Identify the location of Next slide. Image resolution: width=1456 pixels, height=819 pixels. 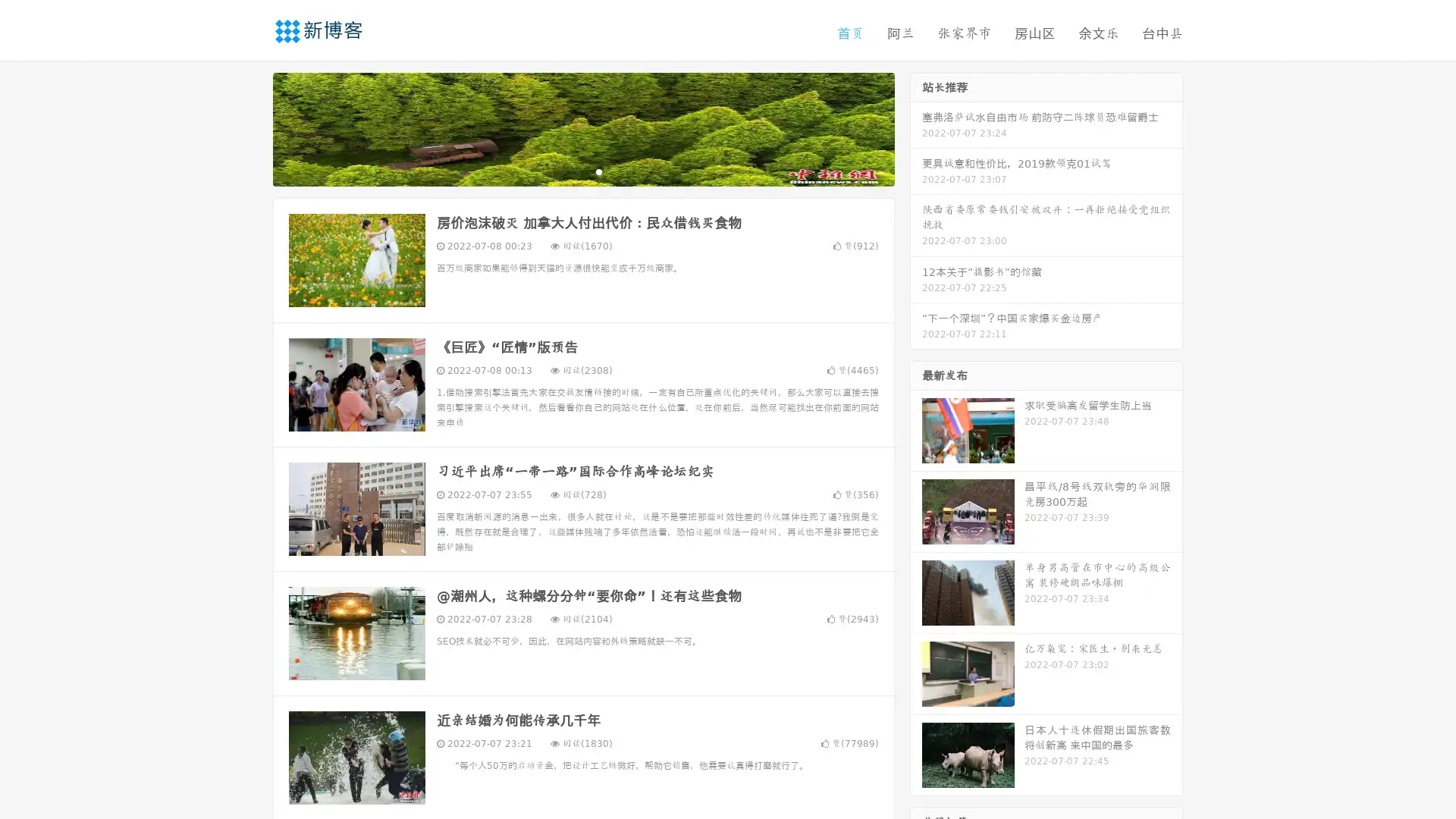
(916, 127).